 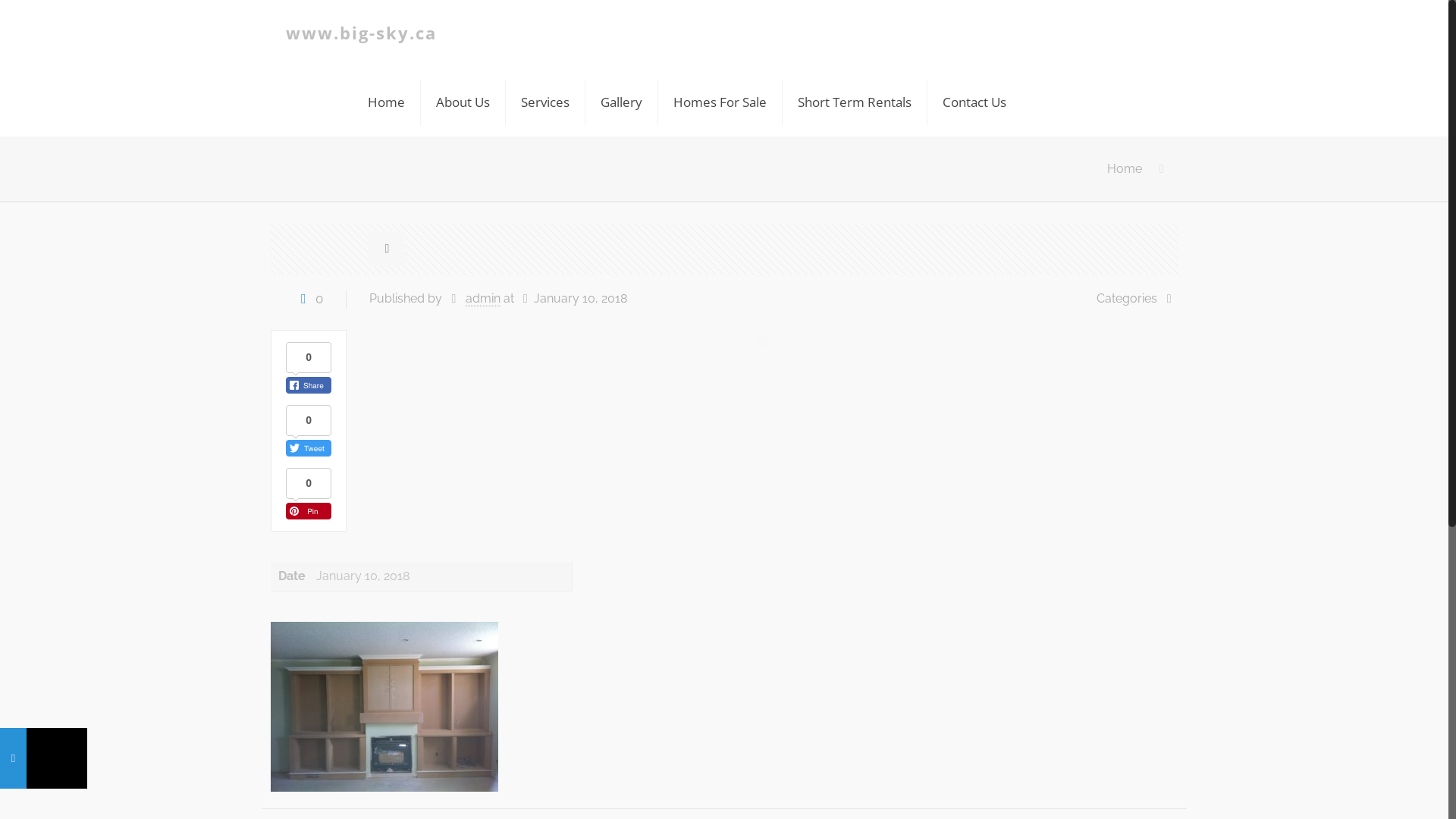 What do you see at coordinates (855, 102) in the screenshot?
I see `'Short Term Rentals'` at bounding box center [855, 102].